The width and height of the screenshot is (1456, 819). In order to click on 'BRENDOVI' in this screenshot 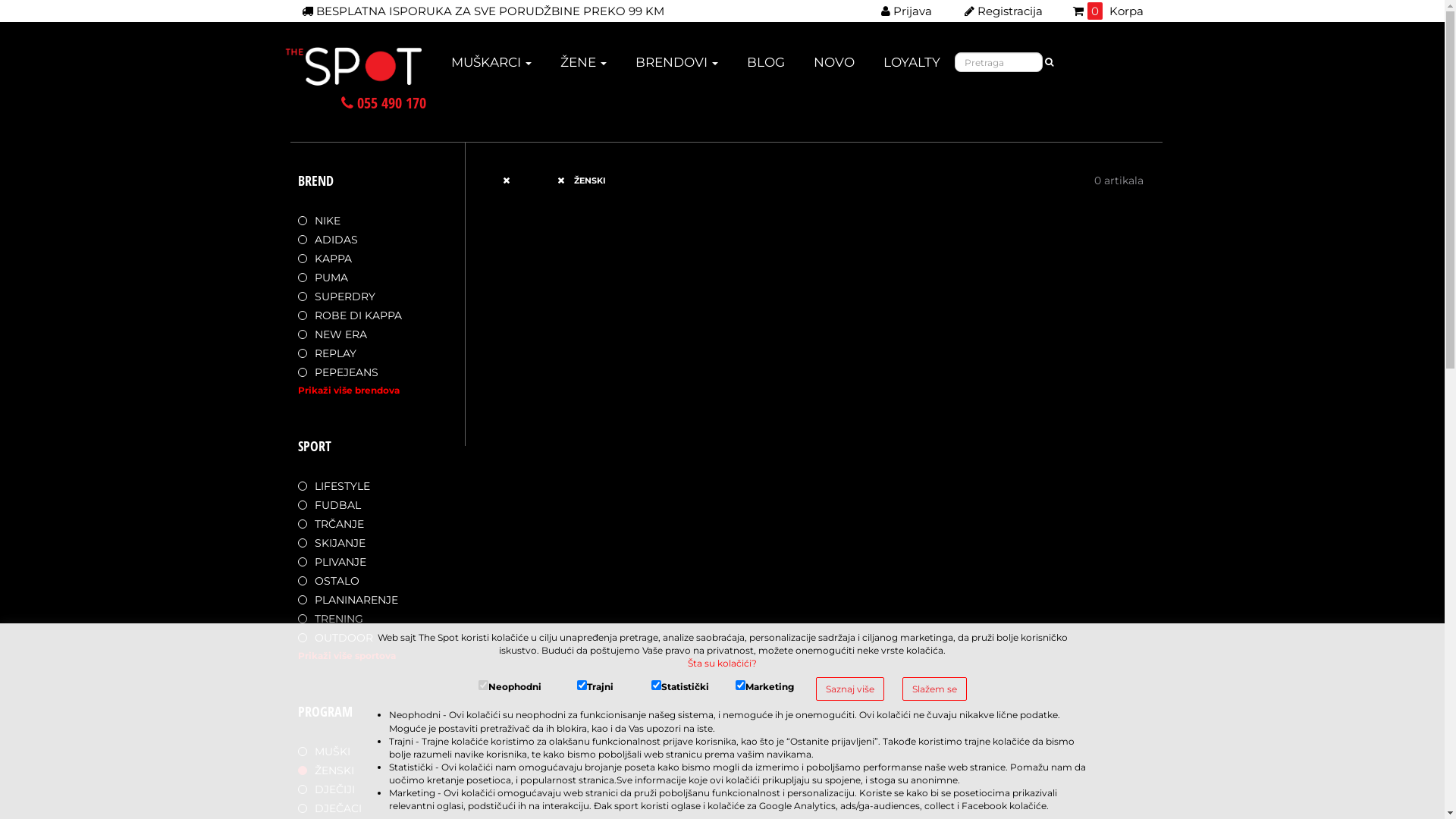, I will do `click(676, 66)`.